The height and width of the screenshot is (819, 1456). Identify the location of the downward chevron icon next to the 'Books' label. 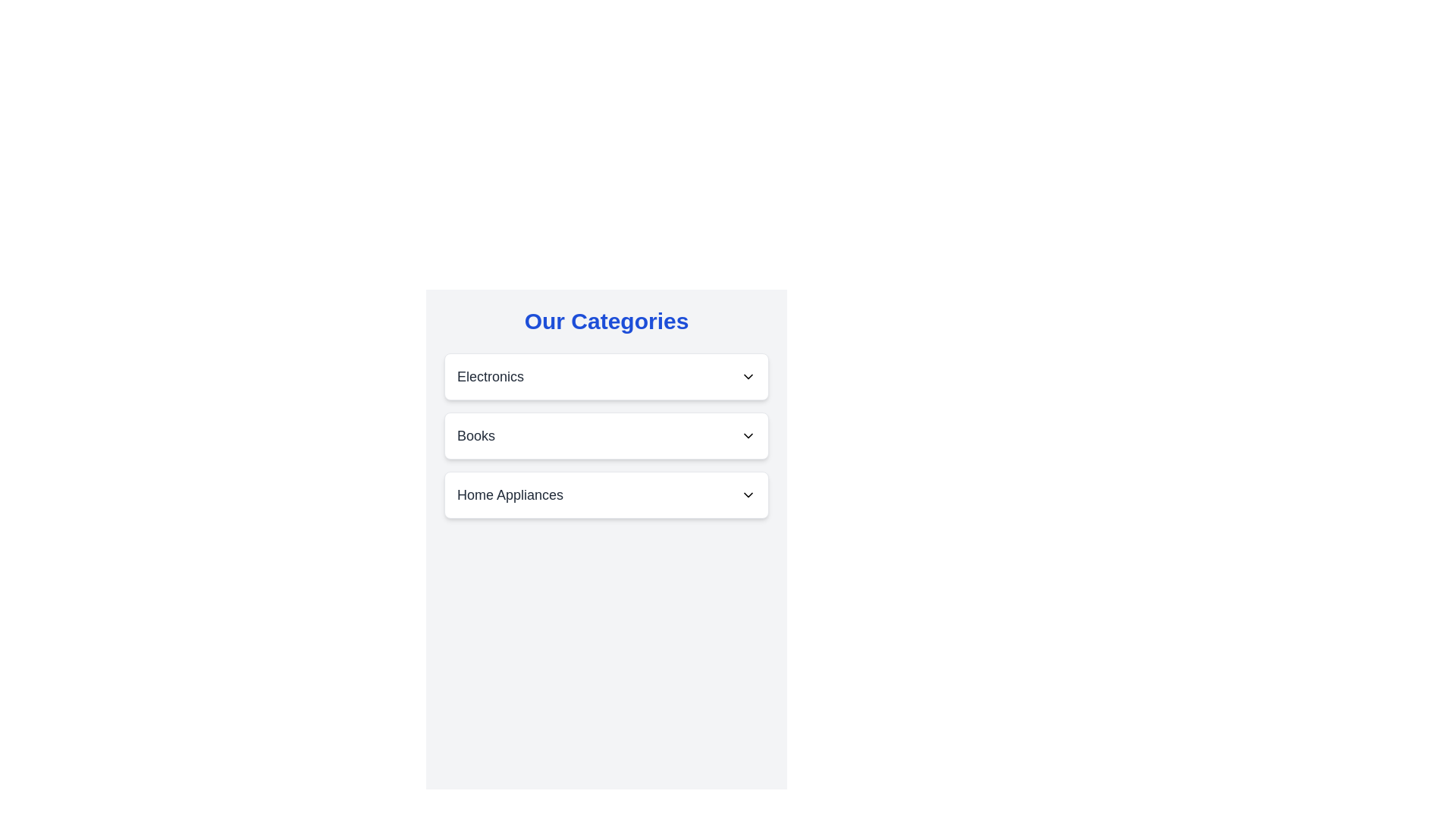
(748, 435).